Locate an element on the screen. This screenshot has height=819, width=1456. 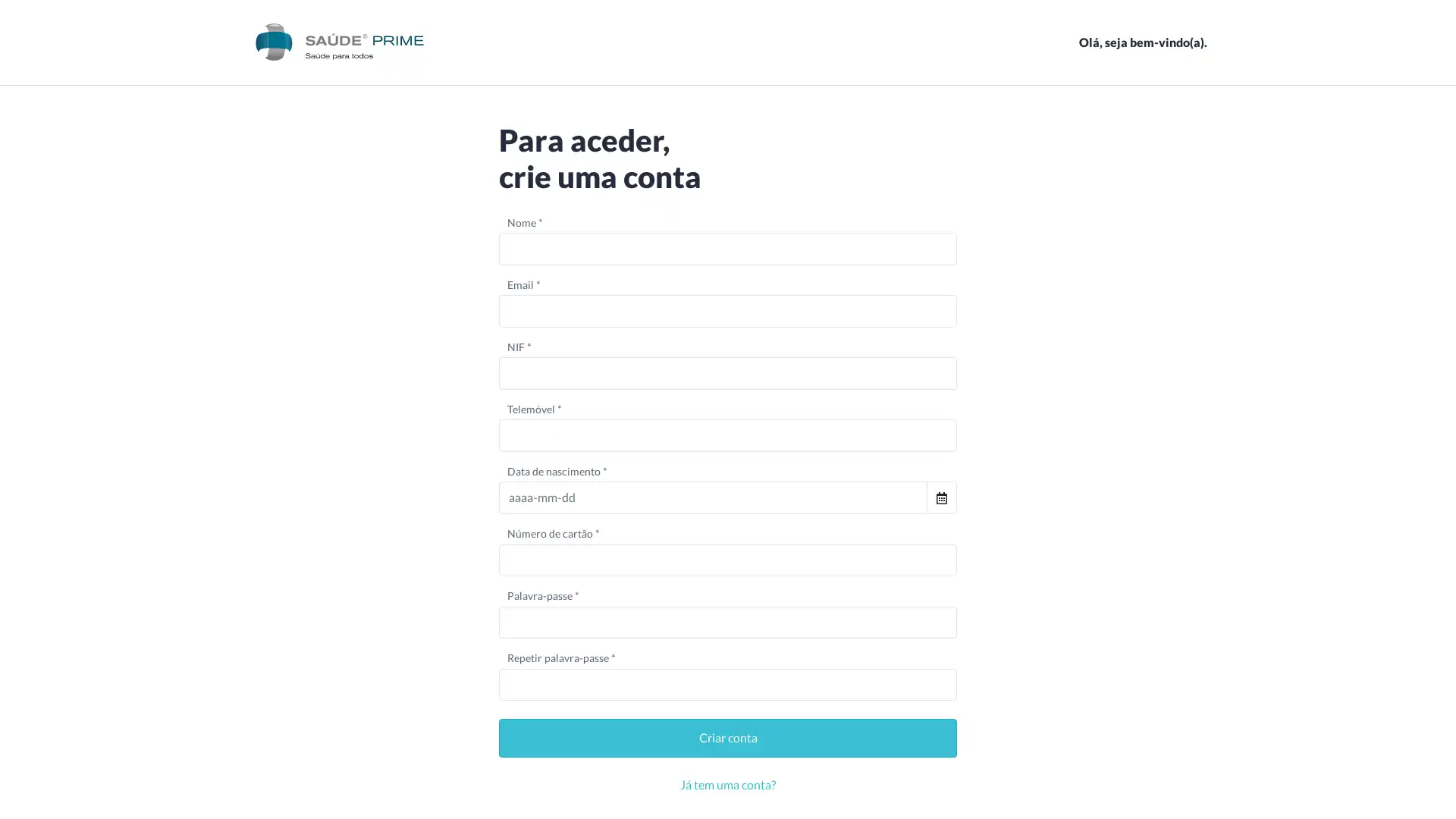
Criar conta is located at coordinates (728, 737).